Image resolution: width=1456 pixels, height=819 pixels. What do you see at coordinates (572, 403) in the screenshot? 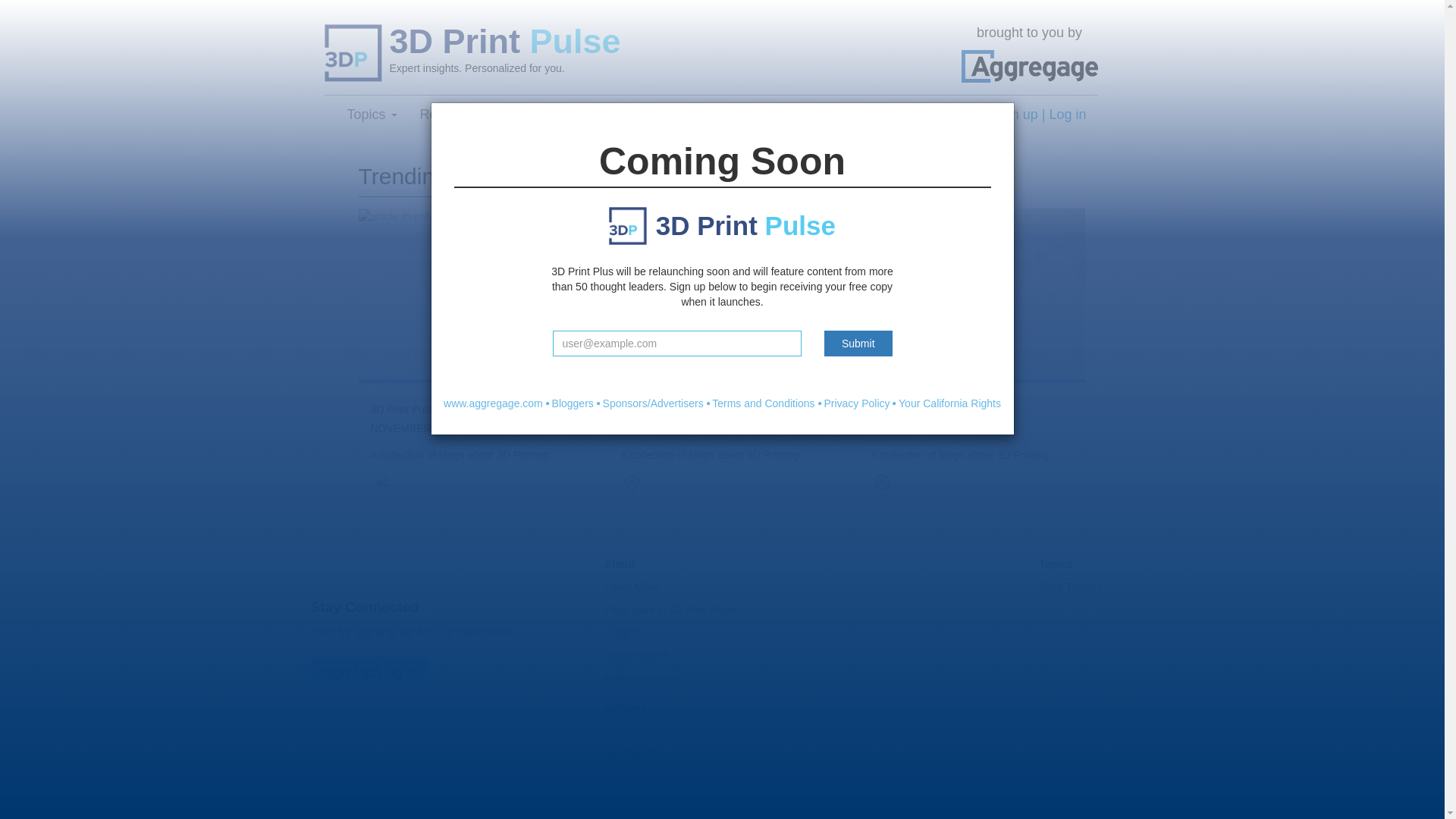
I see `'Bloggers'` at bounding box center [572, 403].